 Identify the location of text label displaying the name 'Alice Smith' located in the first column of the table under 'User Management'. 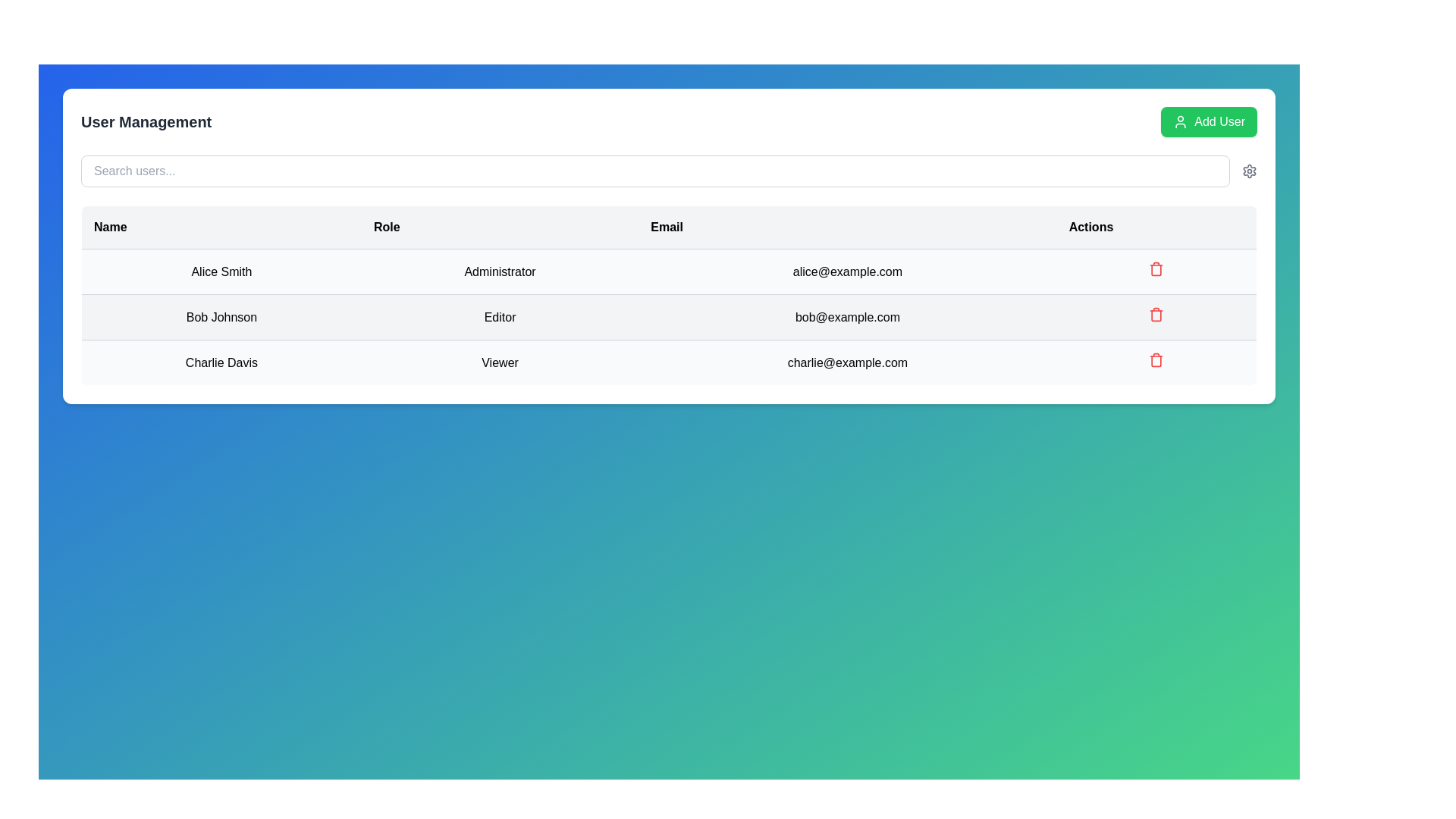
(221, 271).